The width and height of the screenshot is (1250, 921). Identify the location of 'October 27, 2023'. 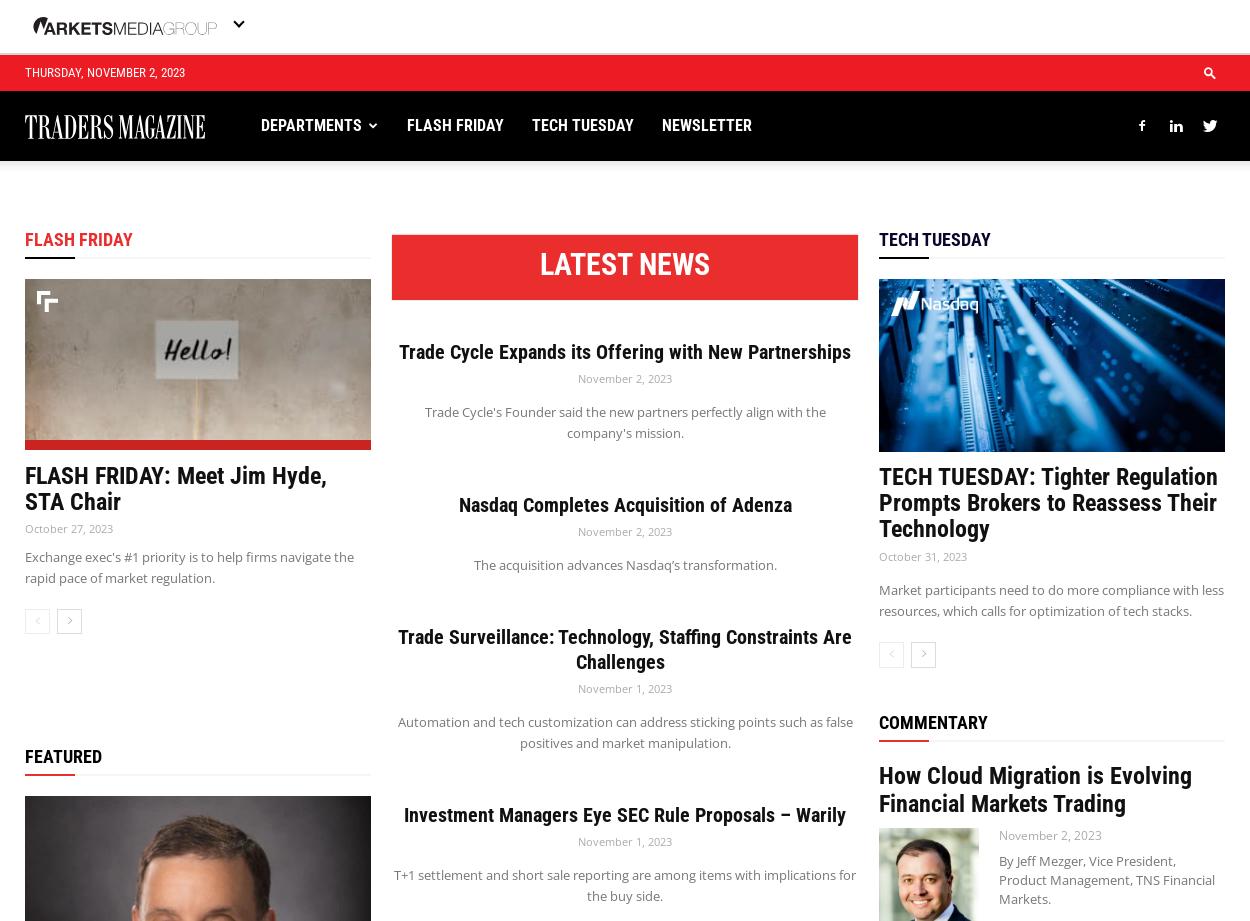
(68, 526).